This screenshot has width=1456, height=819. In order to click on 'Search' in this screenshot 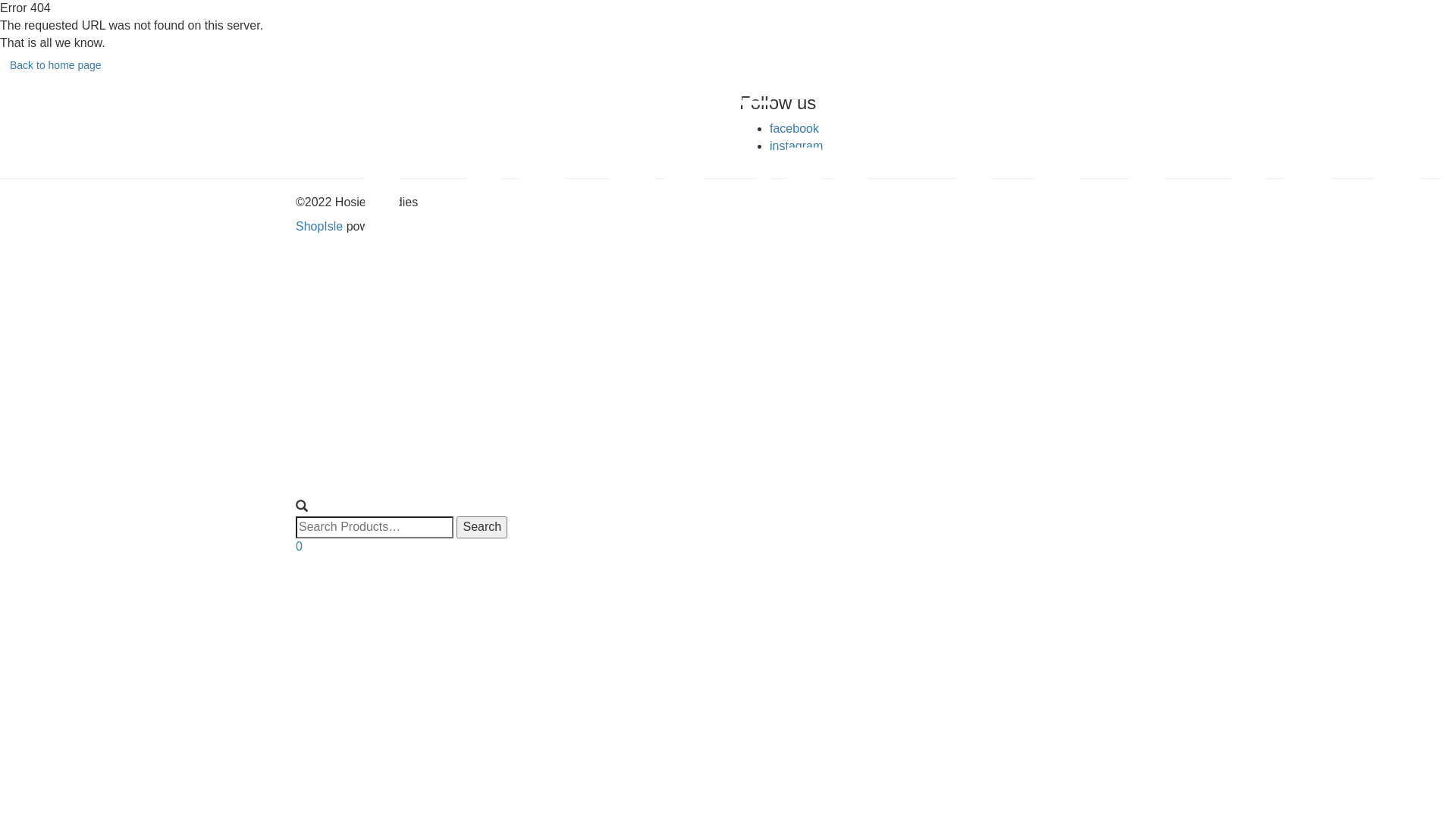, I will do `click(481, 526)`.